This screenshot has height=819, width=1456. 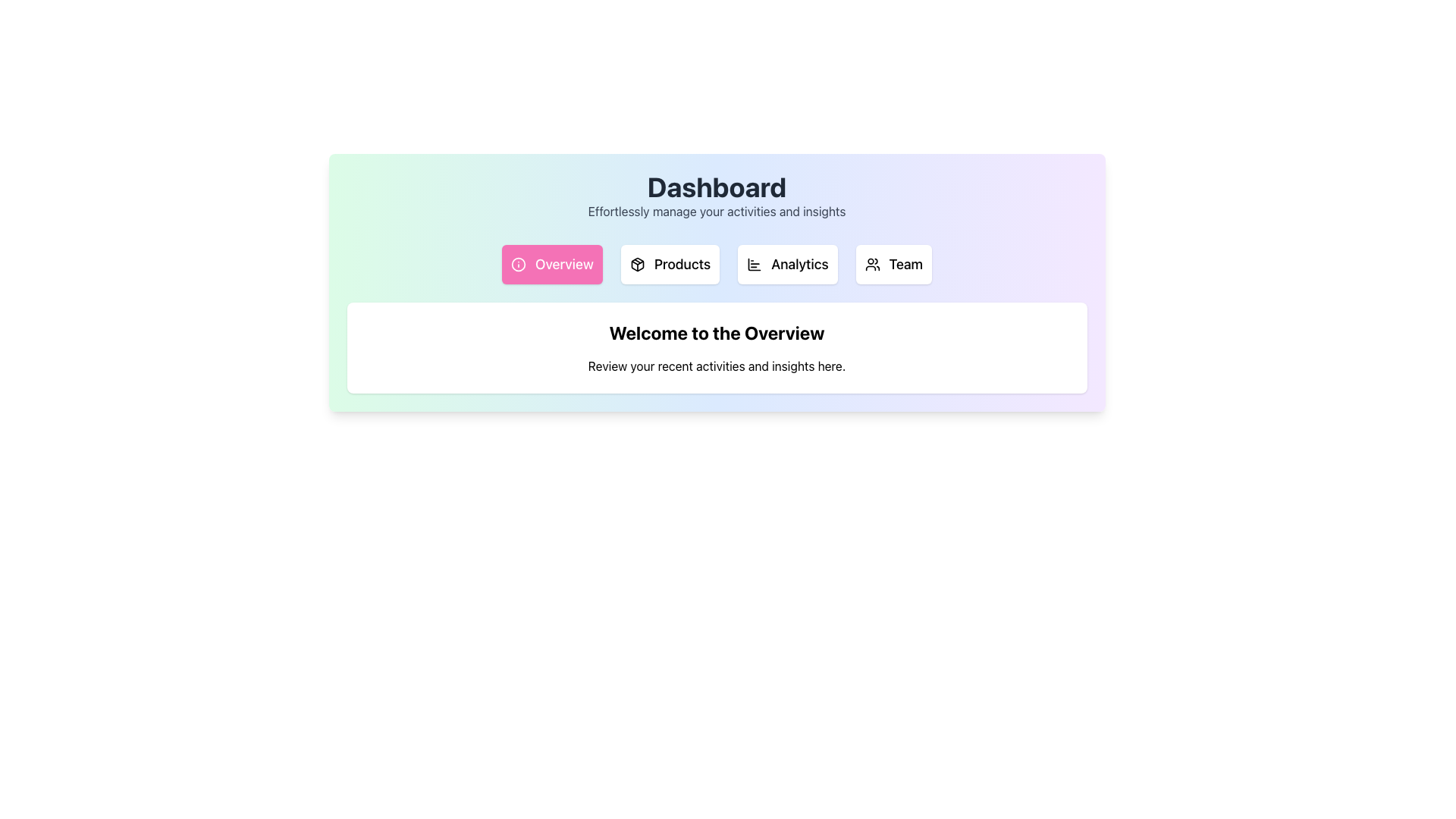 What do you see at coordinates (518, 263) in the screenshot?
I see `the icon located to the left of the 'Overview' button` at bounding box center [518, 263].